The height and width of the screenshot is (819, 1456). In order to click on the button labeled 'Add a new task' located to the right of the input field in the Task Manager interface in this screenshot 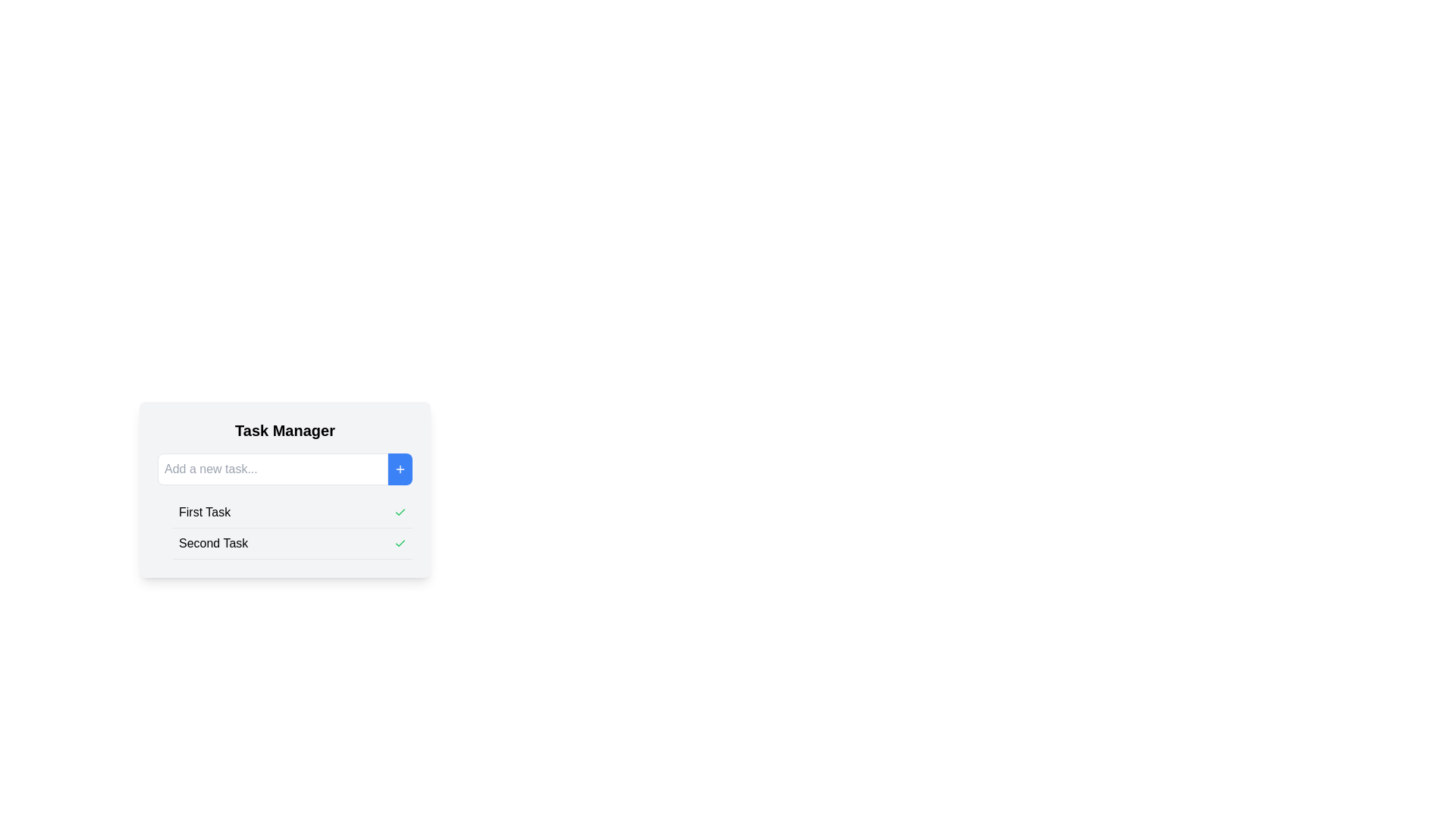, I will do `click(400, 468)`.